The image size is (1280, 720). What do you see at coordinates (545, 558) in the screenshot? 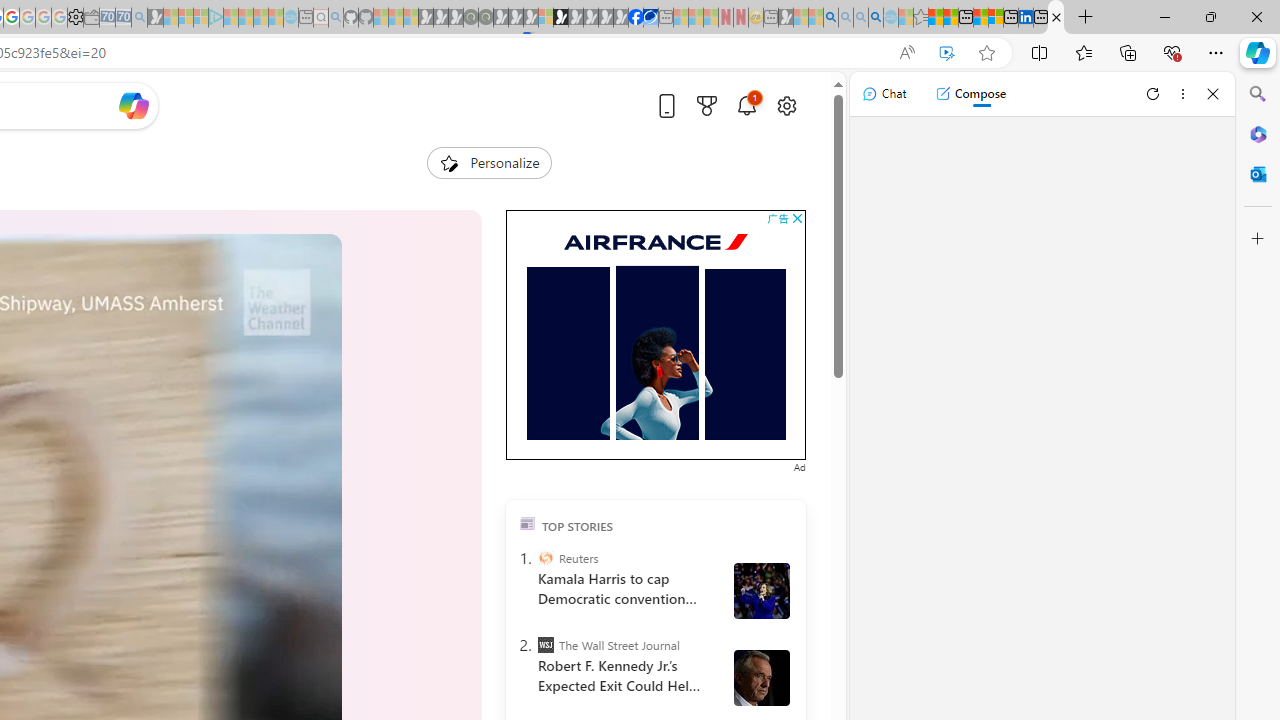
I see `'Reuters'` at bounding box center [545, 558].